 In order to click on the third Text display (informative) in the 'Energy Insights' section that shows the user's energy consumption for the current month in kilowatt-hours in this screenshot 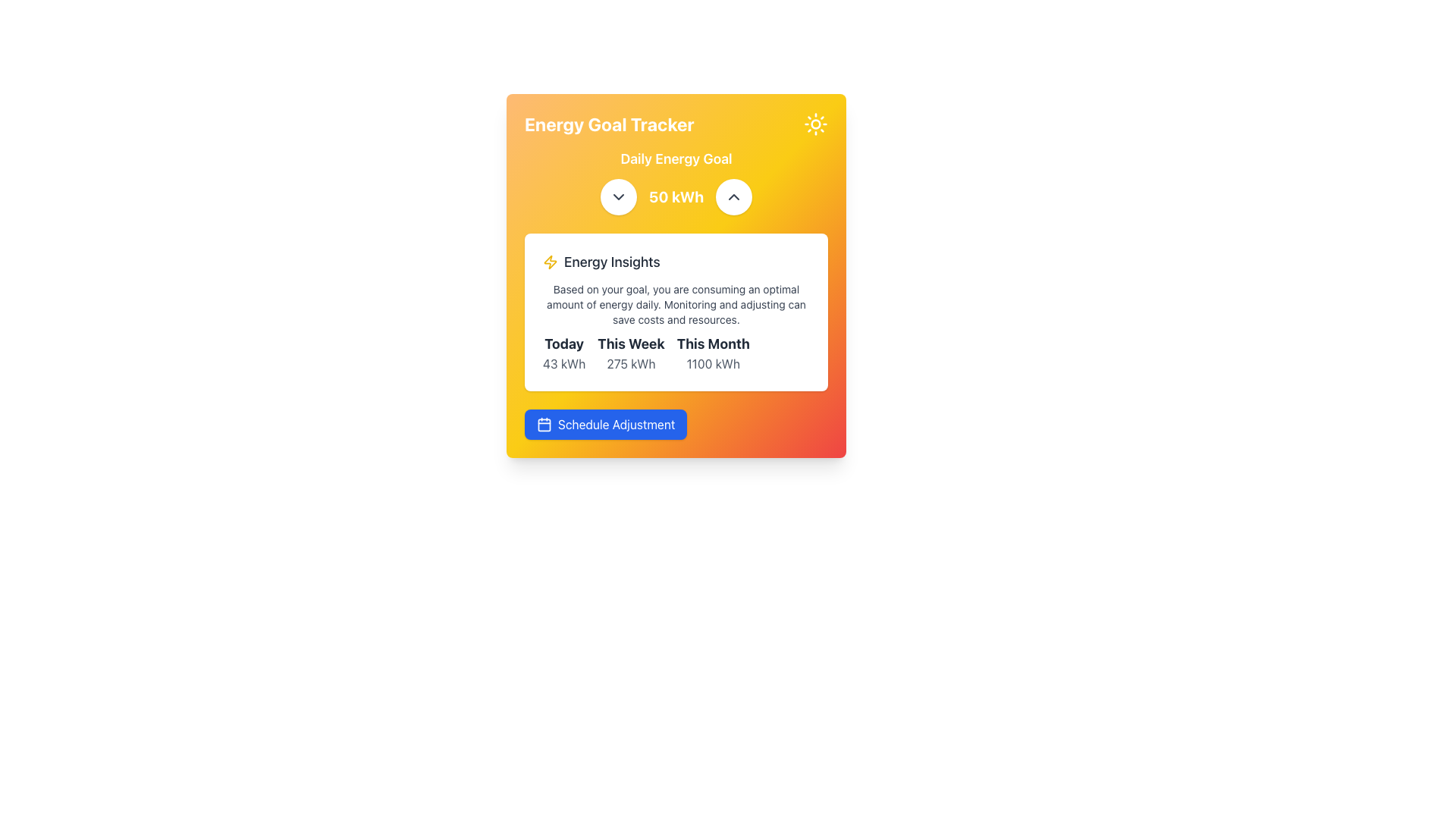, I will do `click(712, 353)`.